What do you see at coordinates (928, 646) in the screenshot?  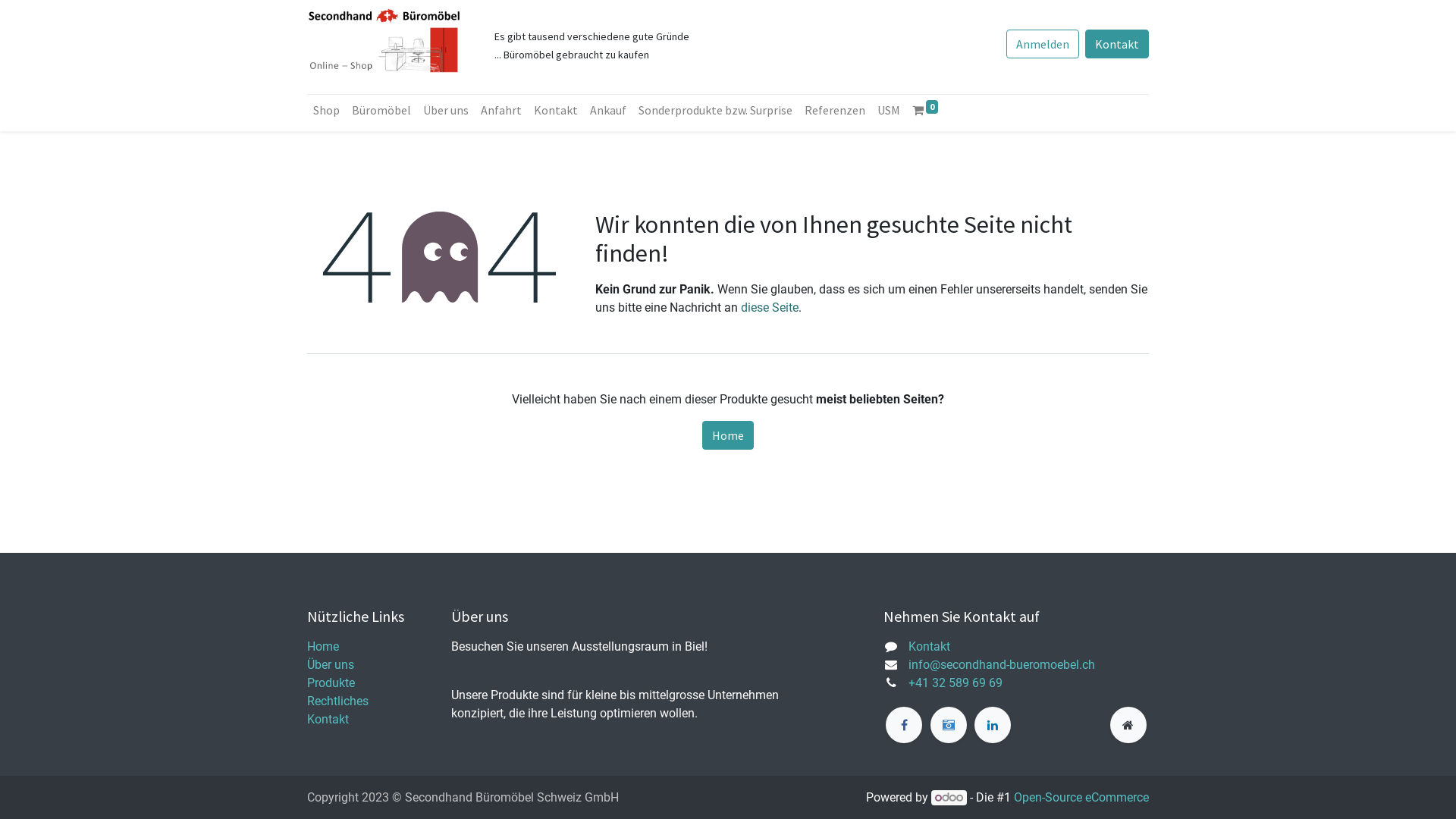 I see `'Kontakt'` at bounding box center [928, 646].